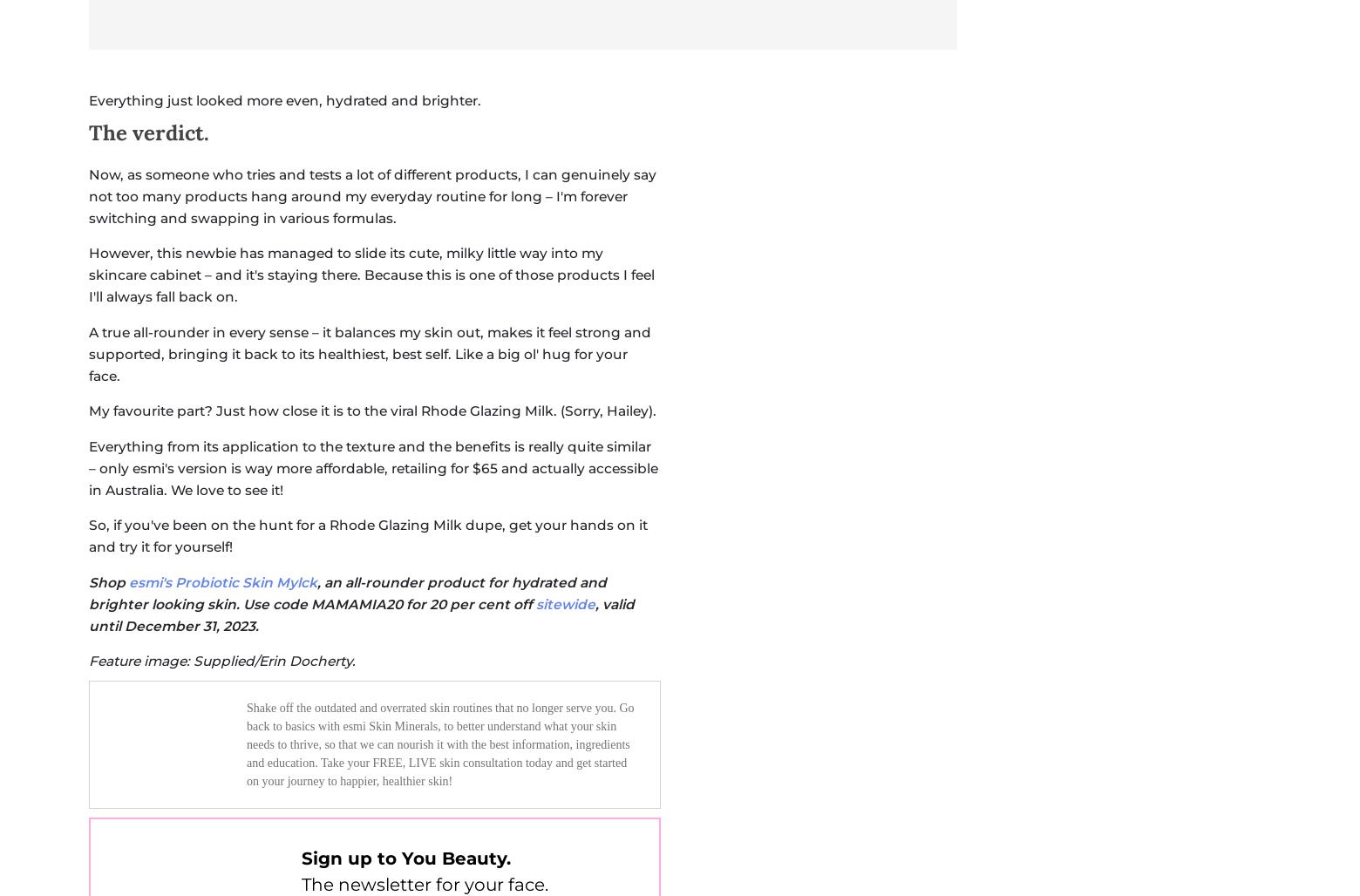 The height and width of the screenshot is (896, 1360). I want to click on 'privacy', so click(547, 214).